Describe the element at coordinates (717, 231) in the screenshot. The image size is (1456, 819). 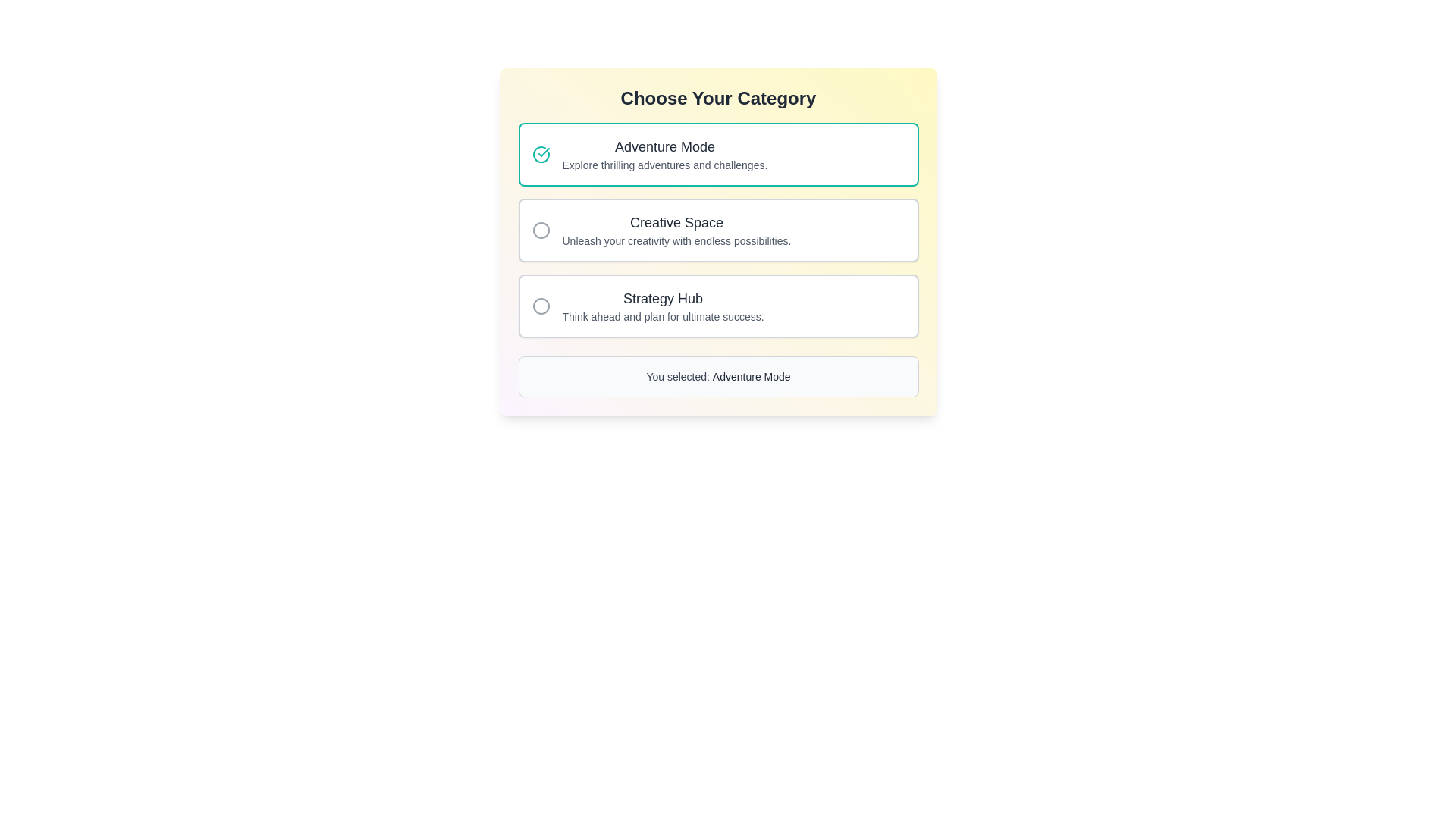
I see `the 'Creative Space' selectable button, which is the middle option in a group of three` at that location.